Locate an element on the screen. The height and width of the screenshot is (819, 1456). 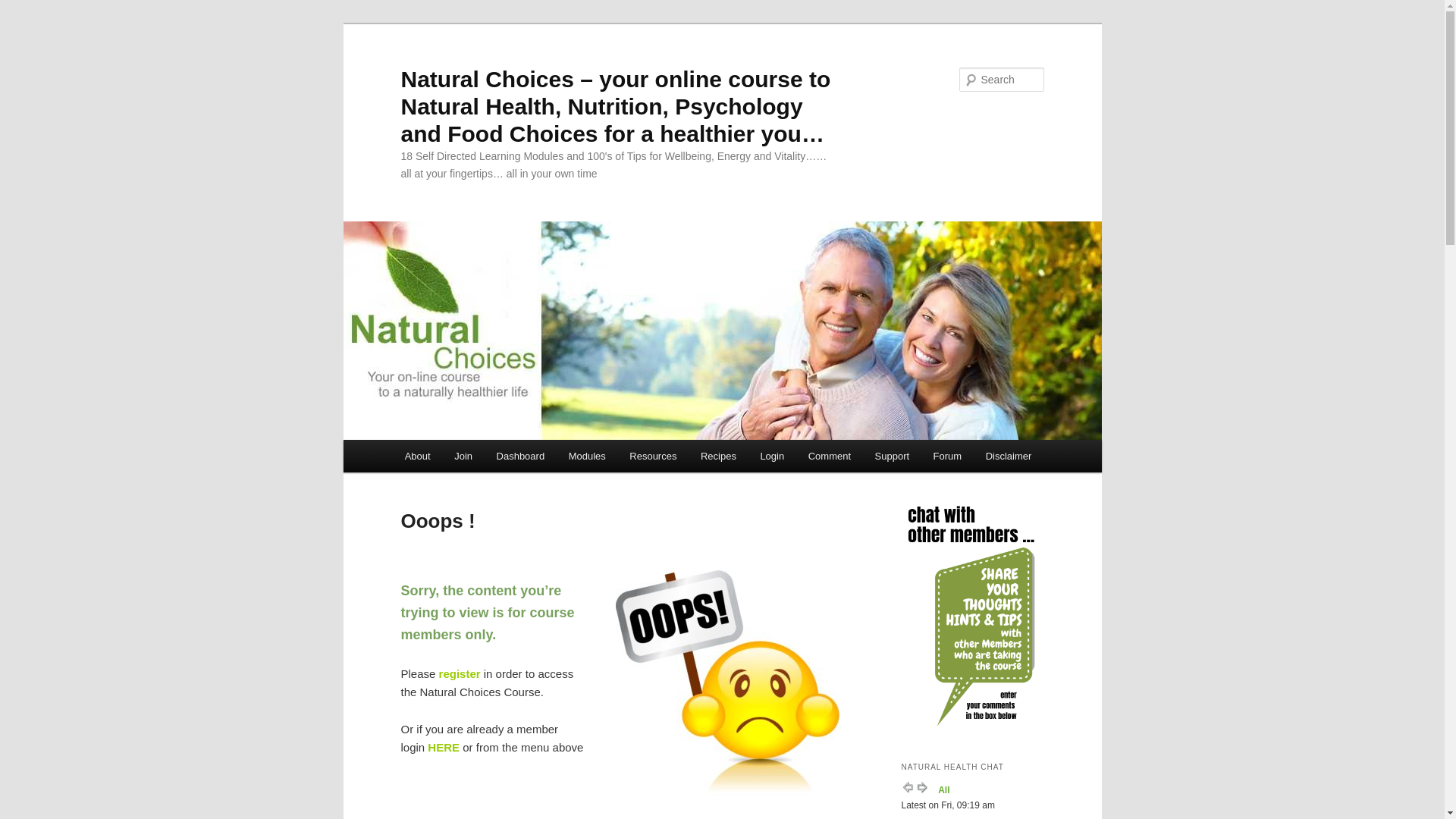
'Support' is located at coordinates (892, 455).